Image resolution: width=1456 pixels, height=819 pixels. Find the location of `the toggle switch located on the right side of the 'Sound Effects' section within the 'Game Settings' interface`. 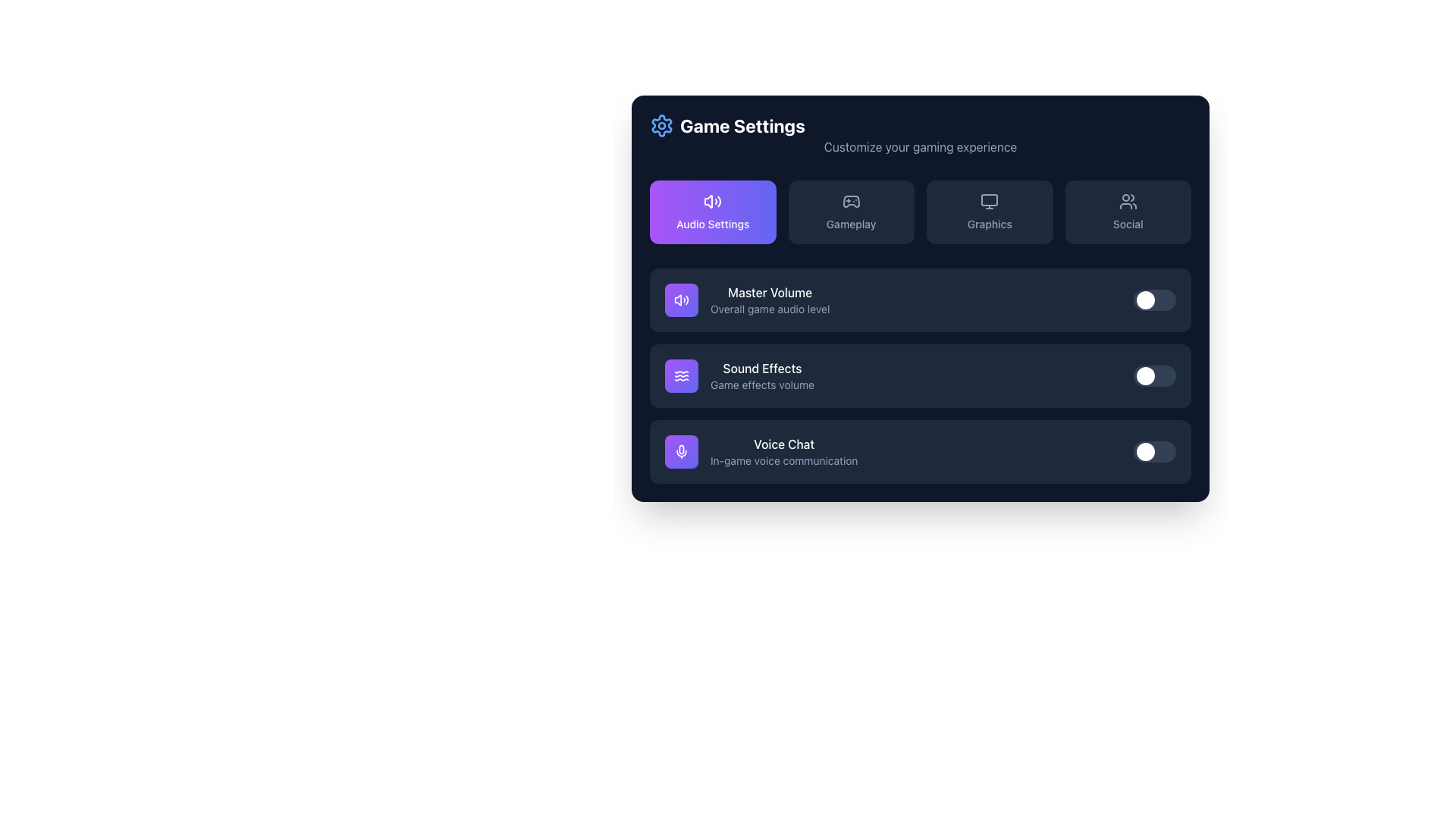

the toggle switch located on the right side of the 'Sound Effects' section within the 'Game Settings' interface is located at coordinates (1153, 375).